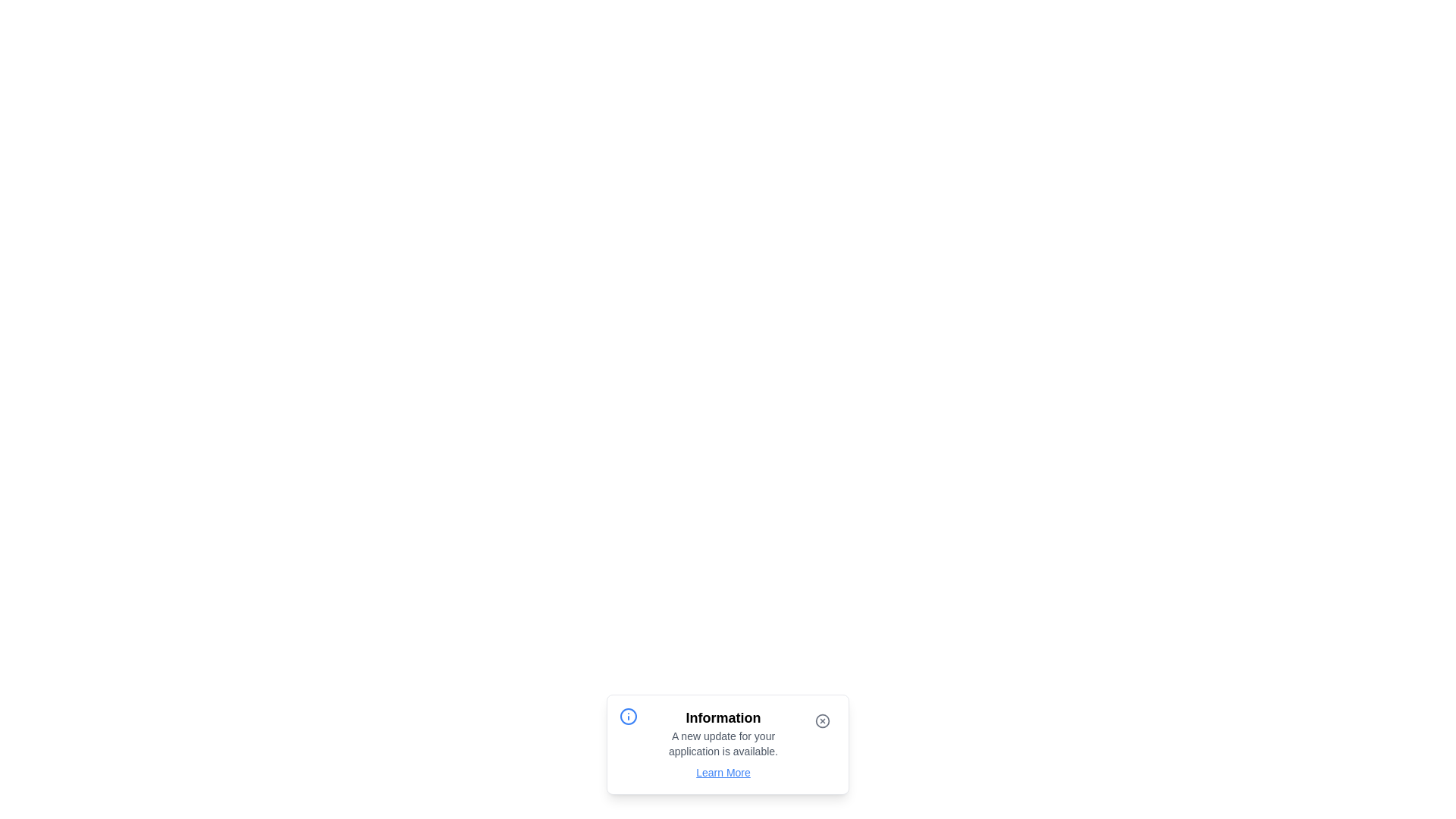 Image resolution: width=1456 pixels, height=819 pixels. I want to click on the close button to observe hover effects, so click(821, 720).